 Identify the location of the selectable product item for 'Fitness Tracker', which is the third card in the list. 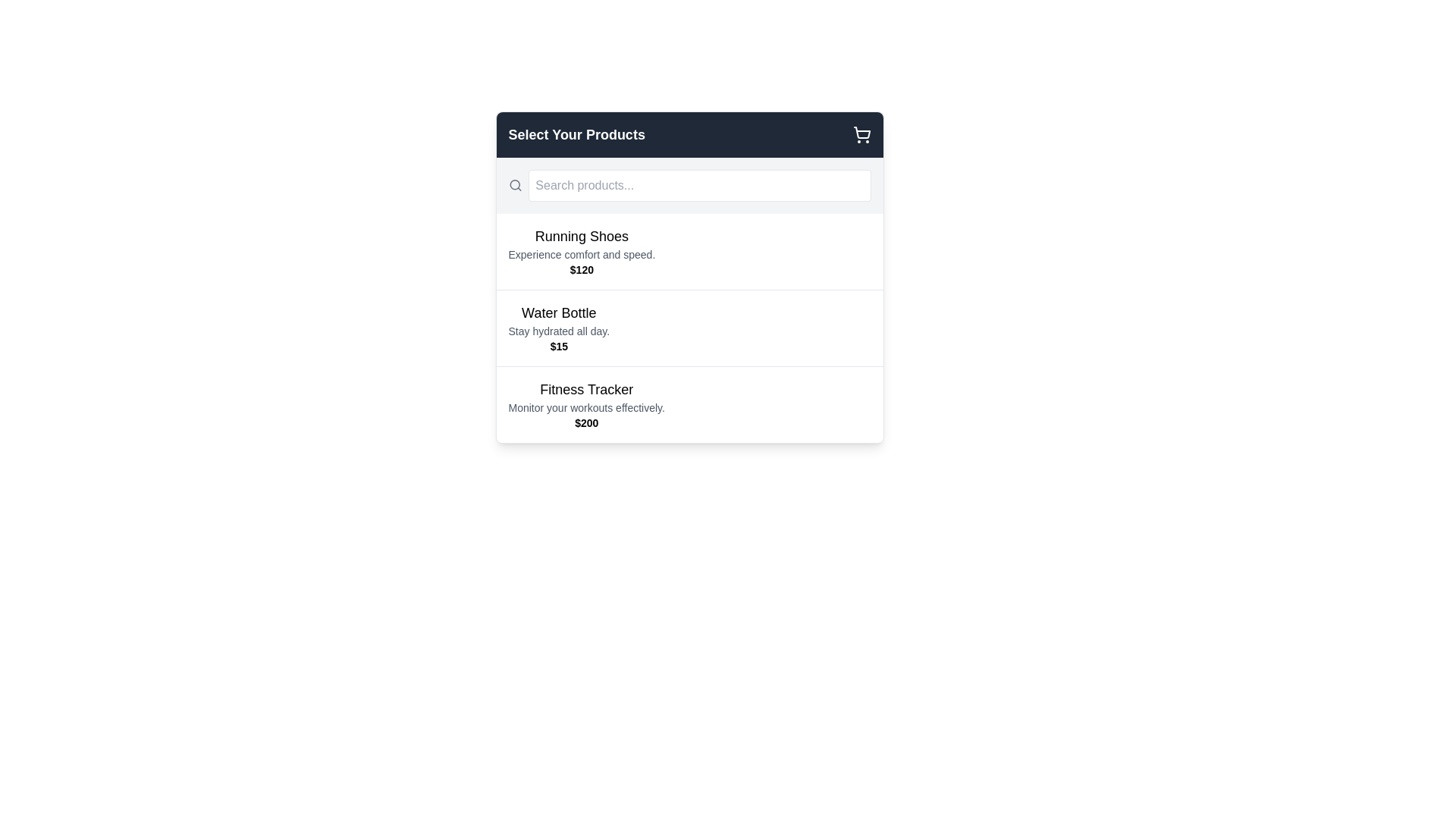
(689, 403).